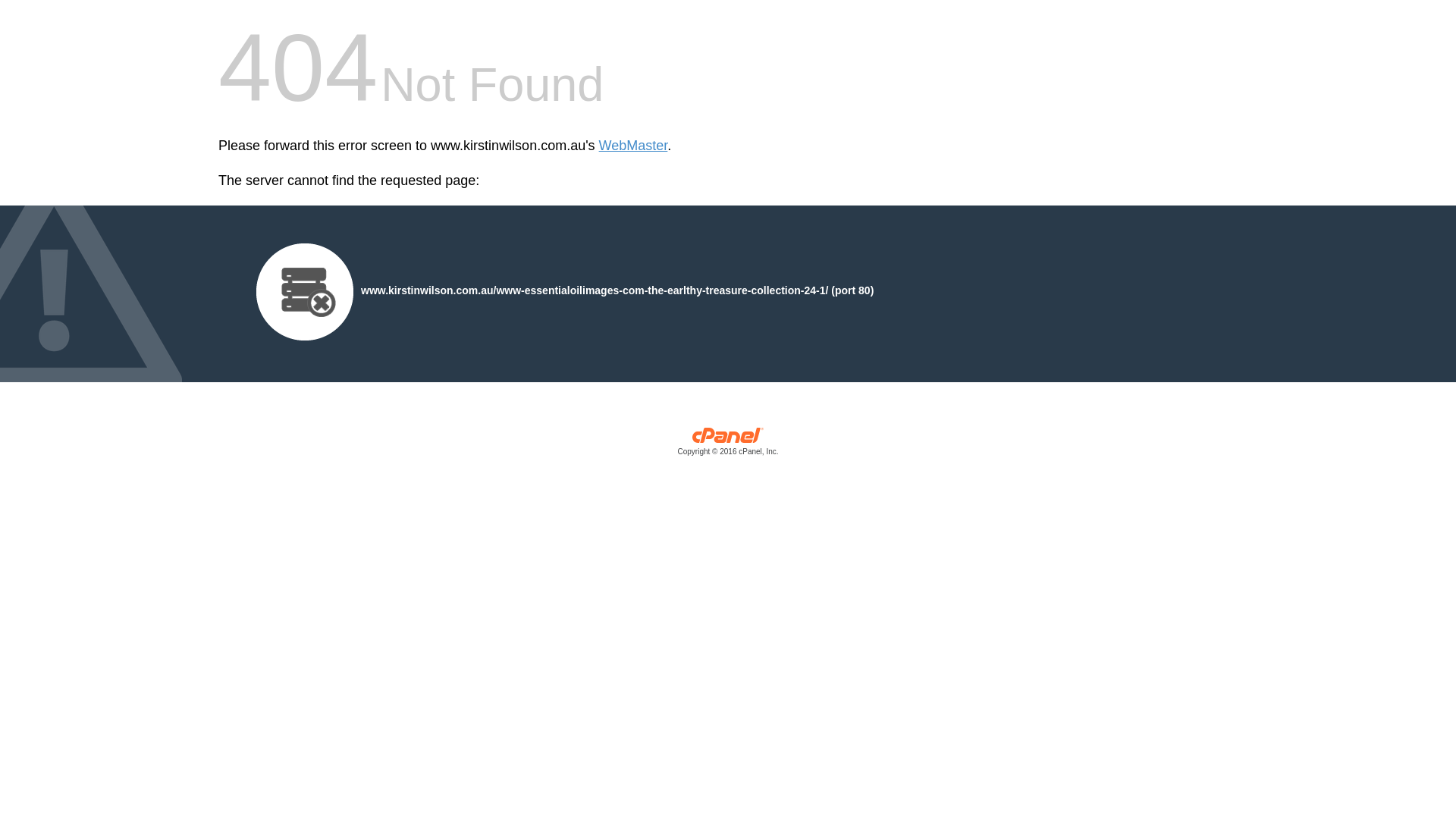  Describe the element at coordinates (633, 146) in the screenshot. I see `'WebMaster'` at that location.